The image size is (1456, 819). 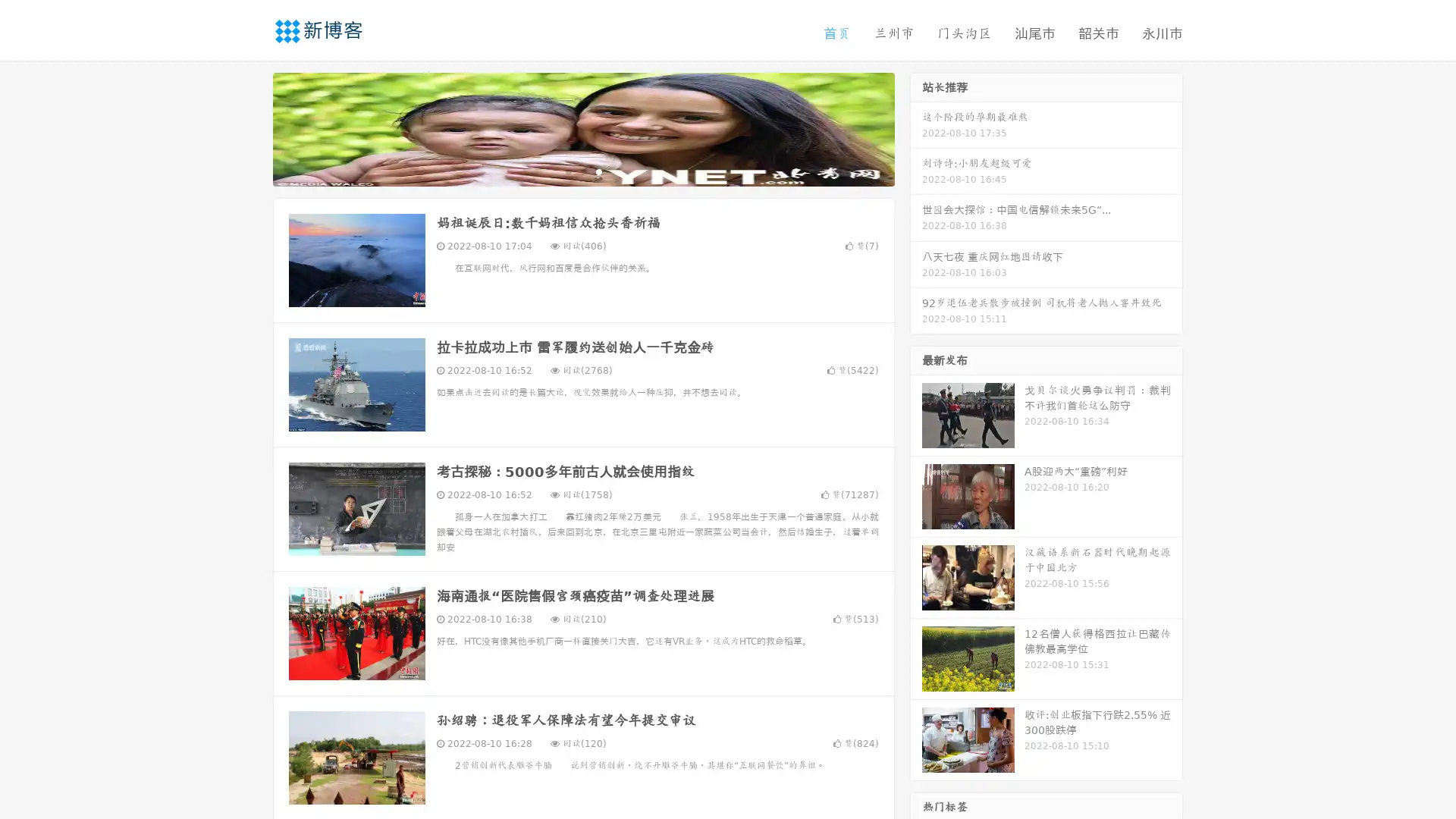 I want to click on Go to slide 3, so click(x=598, y=171).